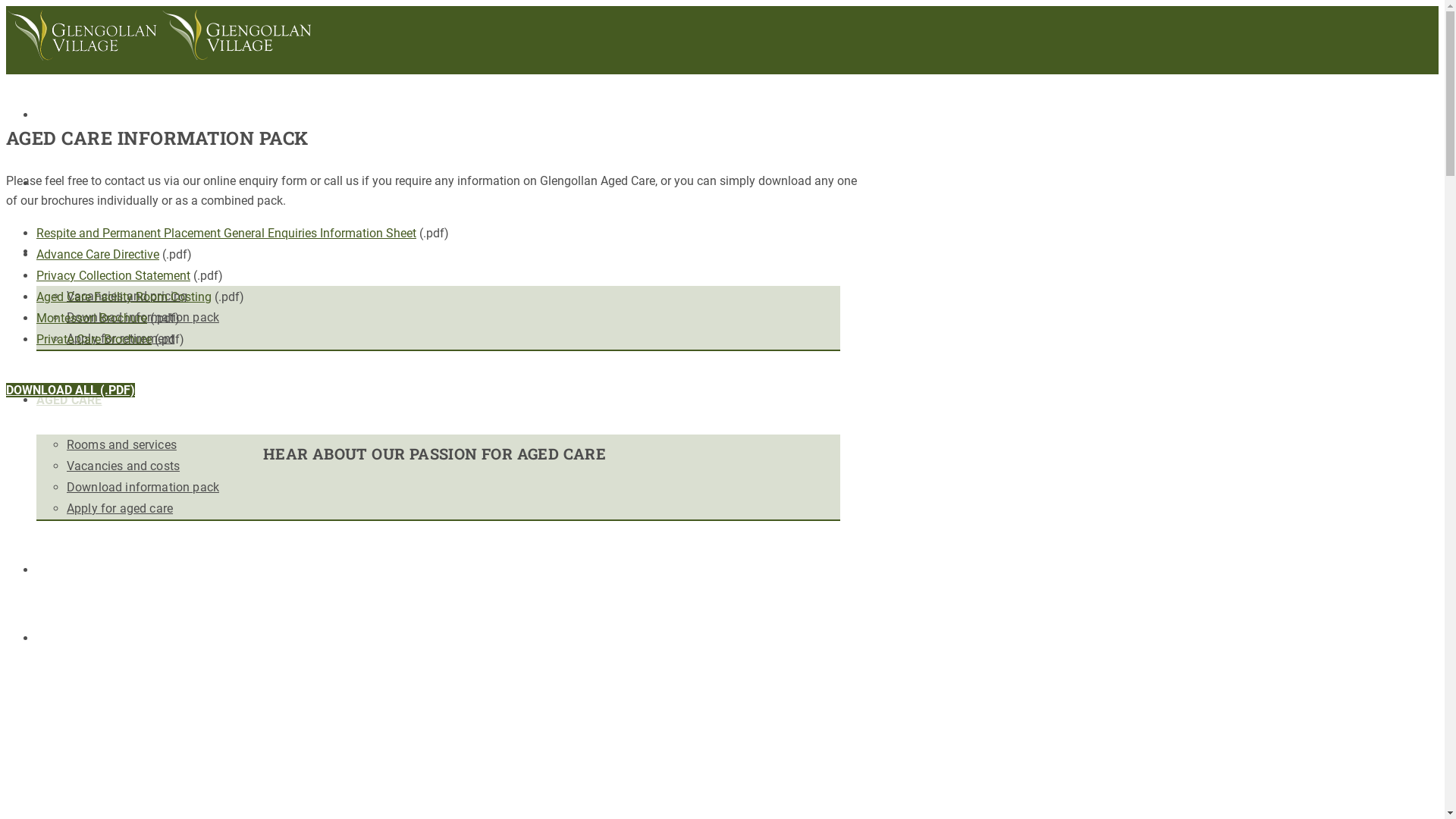  Describe the element at coordinates (123, 465) in the screenshot. I see `'Vacancies and costs'` at that location.